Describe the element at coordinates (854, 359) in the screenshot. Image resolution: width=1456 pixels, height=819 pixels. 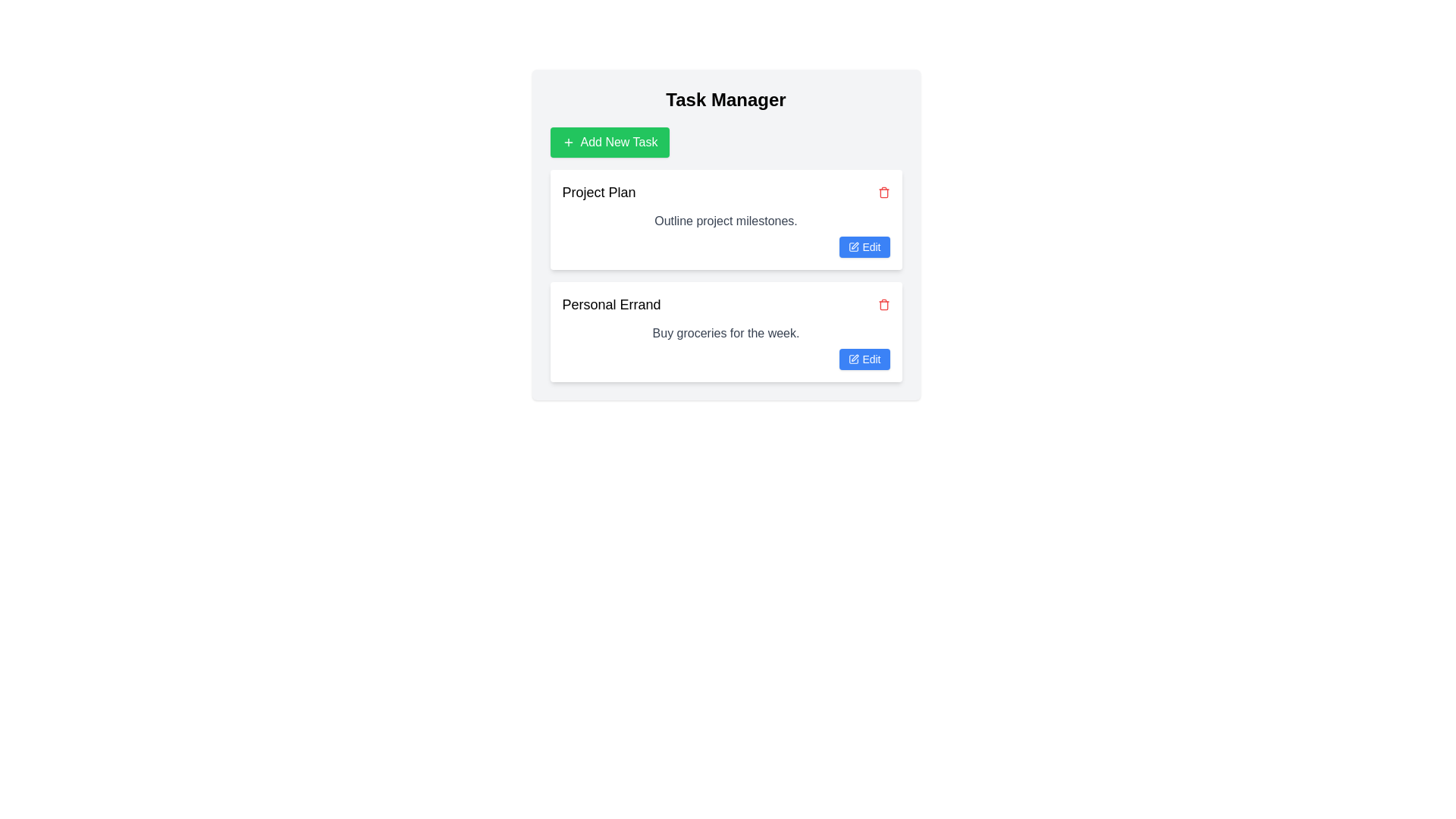
I see `the small blue icon featuring a pen symbol located in the 'Edit' button, which is situated to the right of the 'Personal Errand' task card` at that location.